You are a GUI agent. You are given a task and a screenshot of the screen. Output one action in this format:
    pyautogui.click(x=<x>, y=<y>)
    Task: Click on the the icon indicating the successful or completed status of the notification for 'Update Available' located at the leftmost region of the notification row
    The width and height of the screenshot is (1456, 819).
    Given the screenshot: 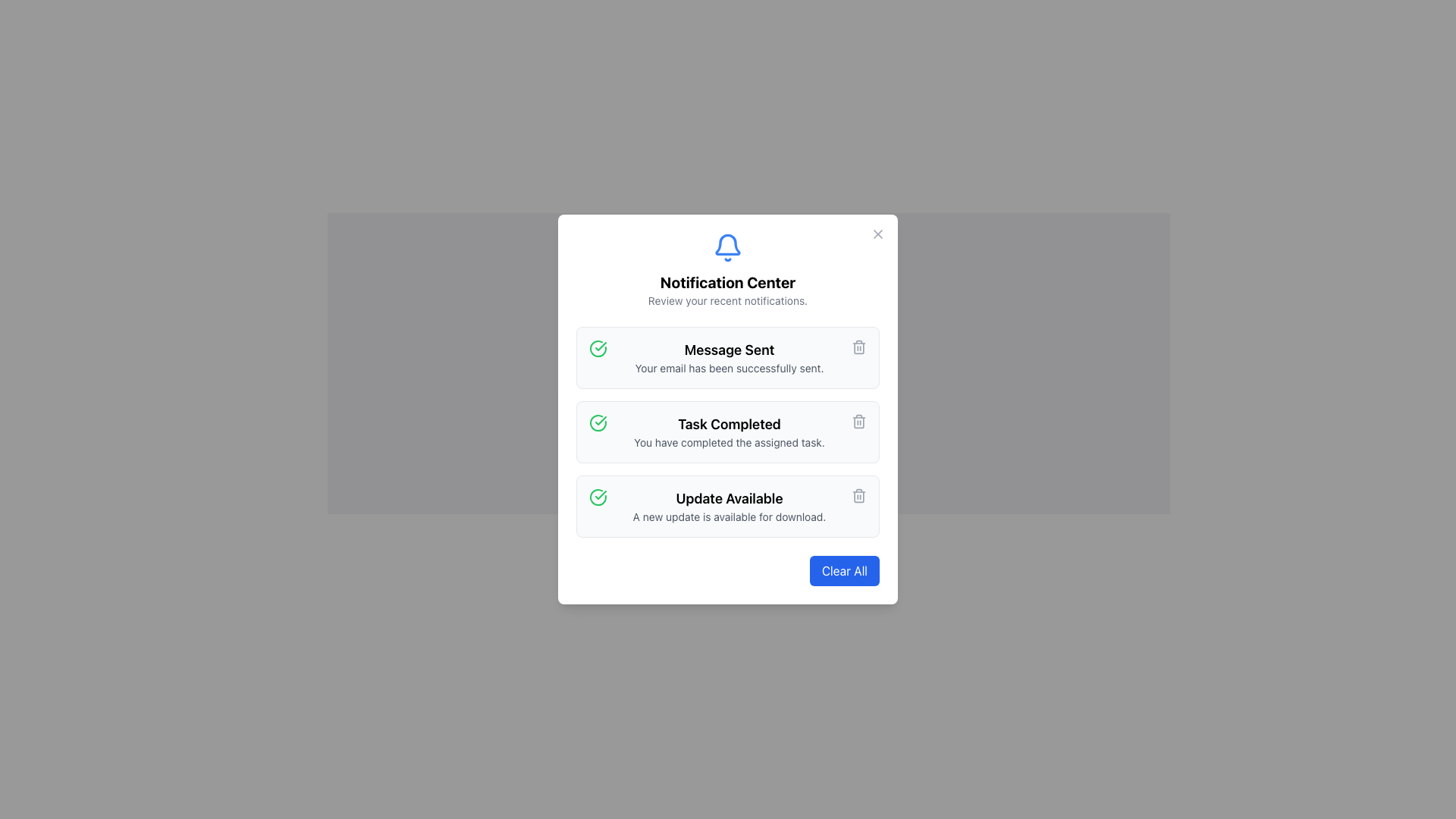 What is the action you would take?
    pyautogui.click(x=597, y=497)
    